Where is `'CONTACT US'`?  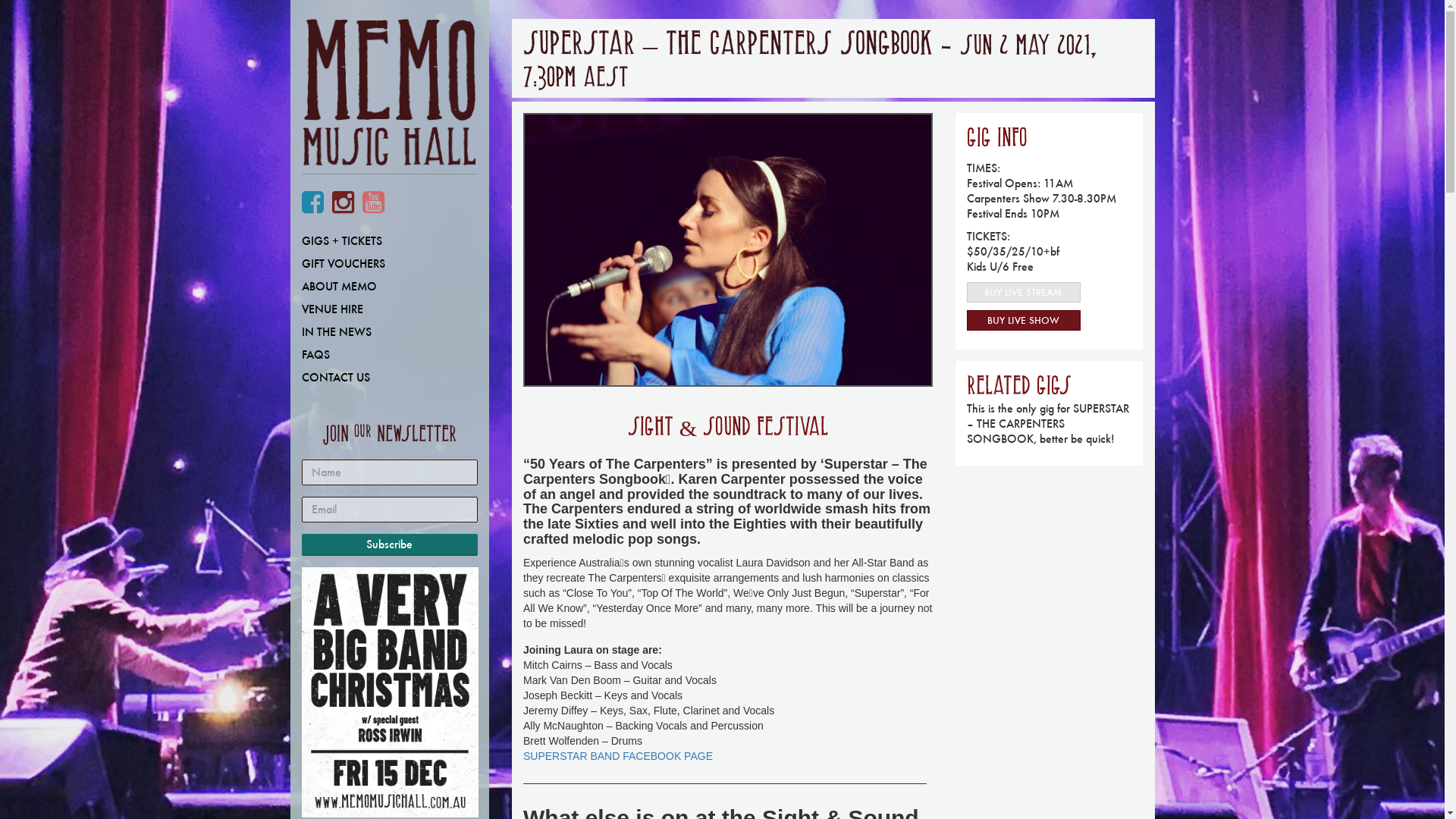
'CONTACT US' is located at coordinates (389, 376).